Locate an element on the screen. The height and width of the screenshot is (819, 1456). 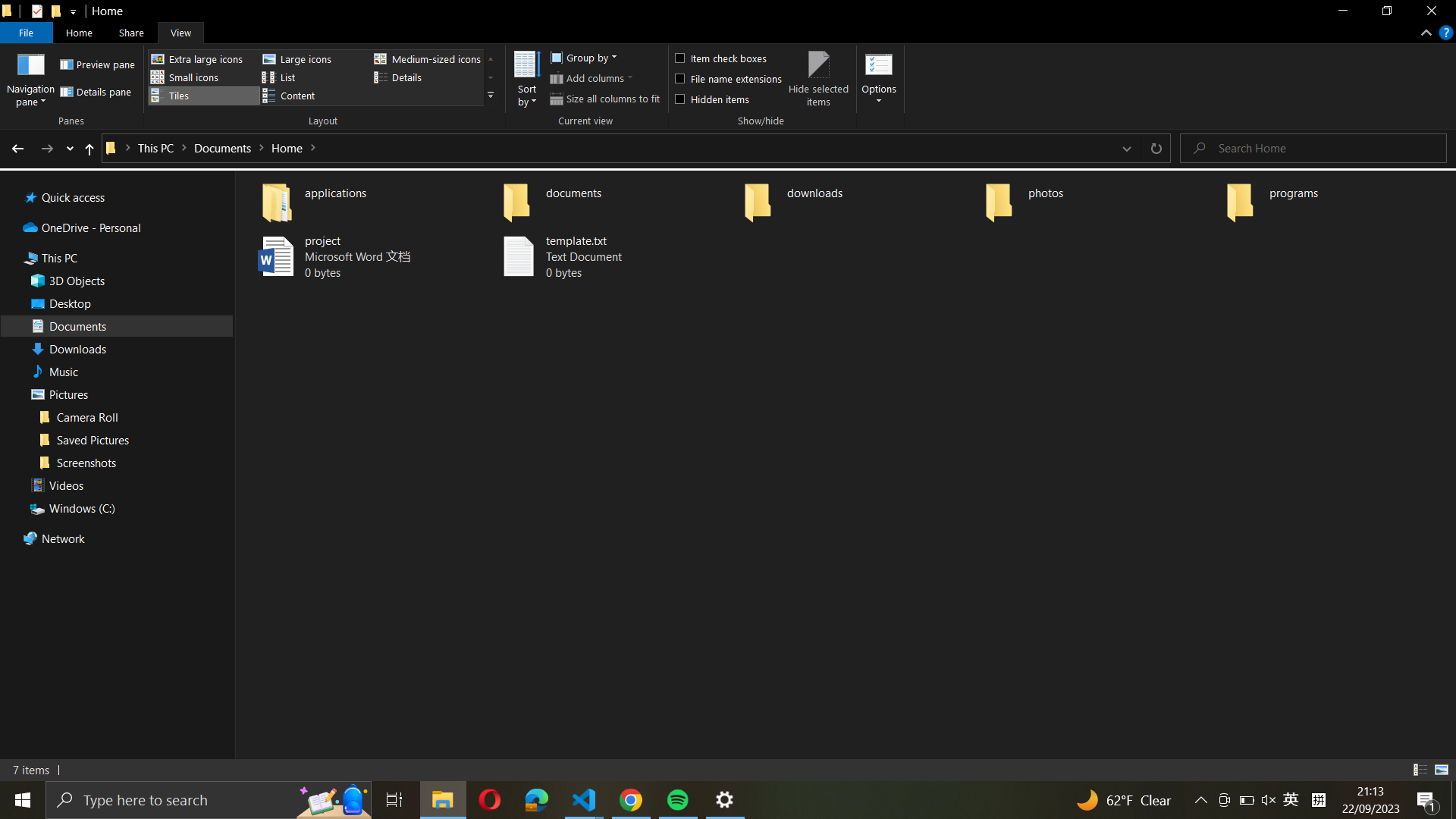
"programs" folder is located at coordinates (1336, 198).